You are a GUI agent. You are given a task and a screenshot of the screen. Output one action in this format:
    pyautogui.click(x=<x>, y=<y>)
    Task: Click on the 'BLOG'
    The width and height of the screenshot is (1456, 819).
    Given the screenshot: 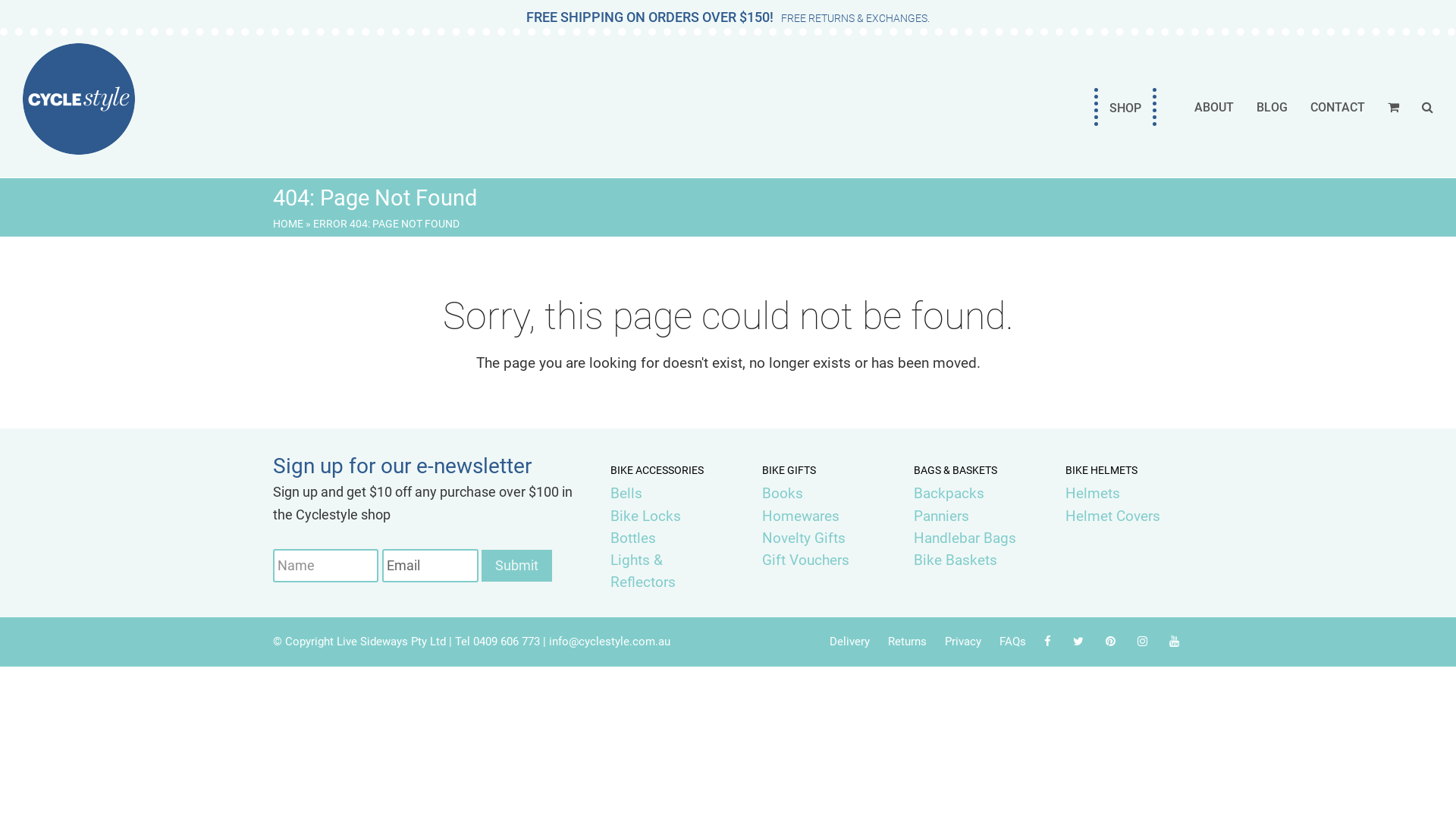 What is the action you would take?
    pyautogui.click(x=1272, y=106)
    